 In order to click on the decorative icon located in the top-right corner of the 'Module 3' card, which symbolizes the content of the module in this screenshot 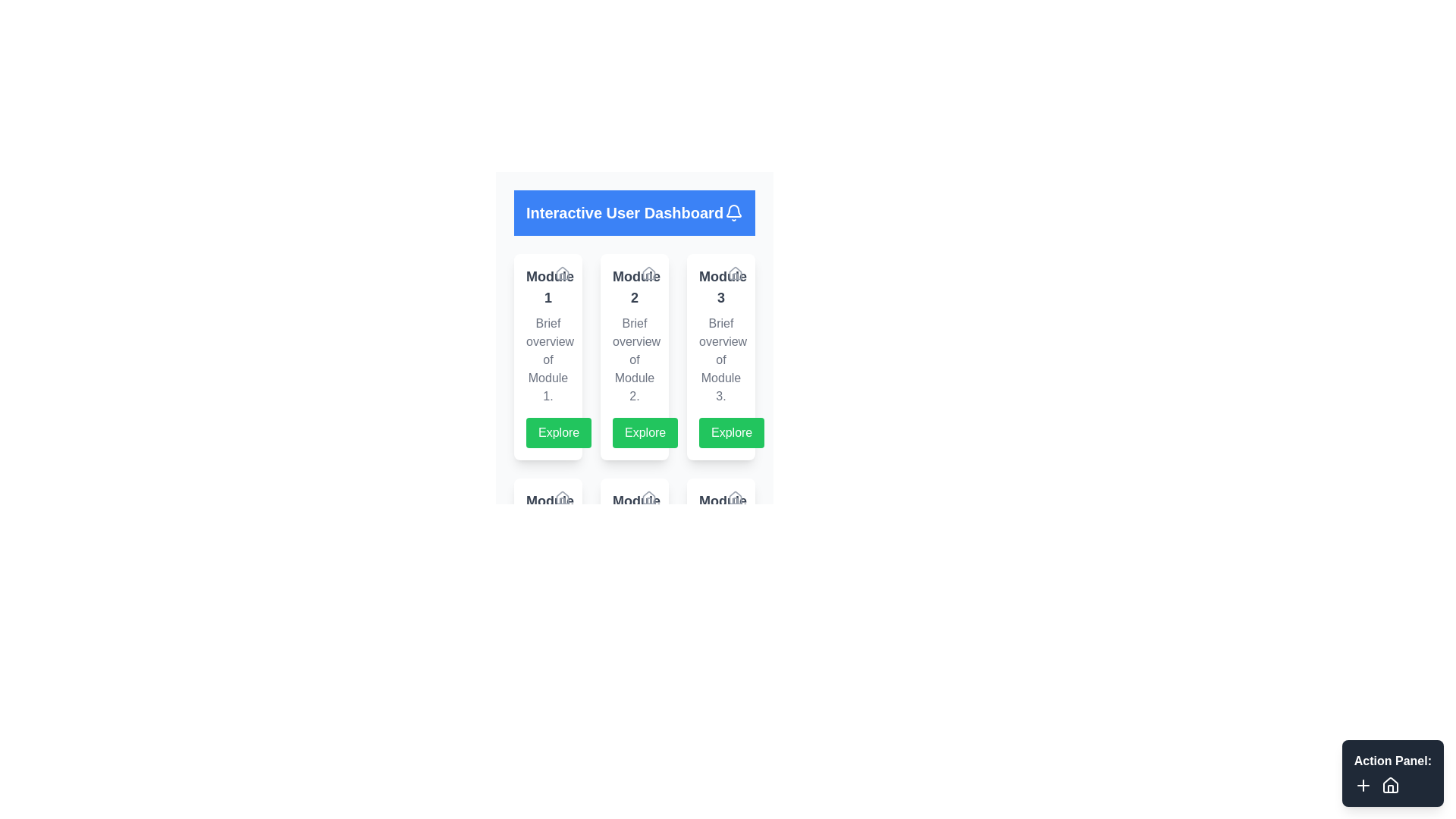, I will do `click(735, 271)`.